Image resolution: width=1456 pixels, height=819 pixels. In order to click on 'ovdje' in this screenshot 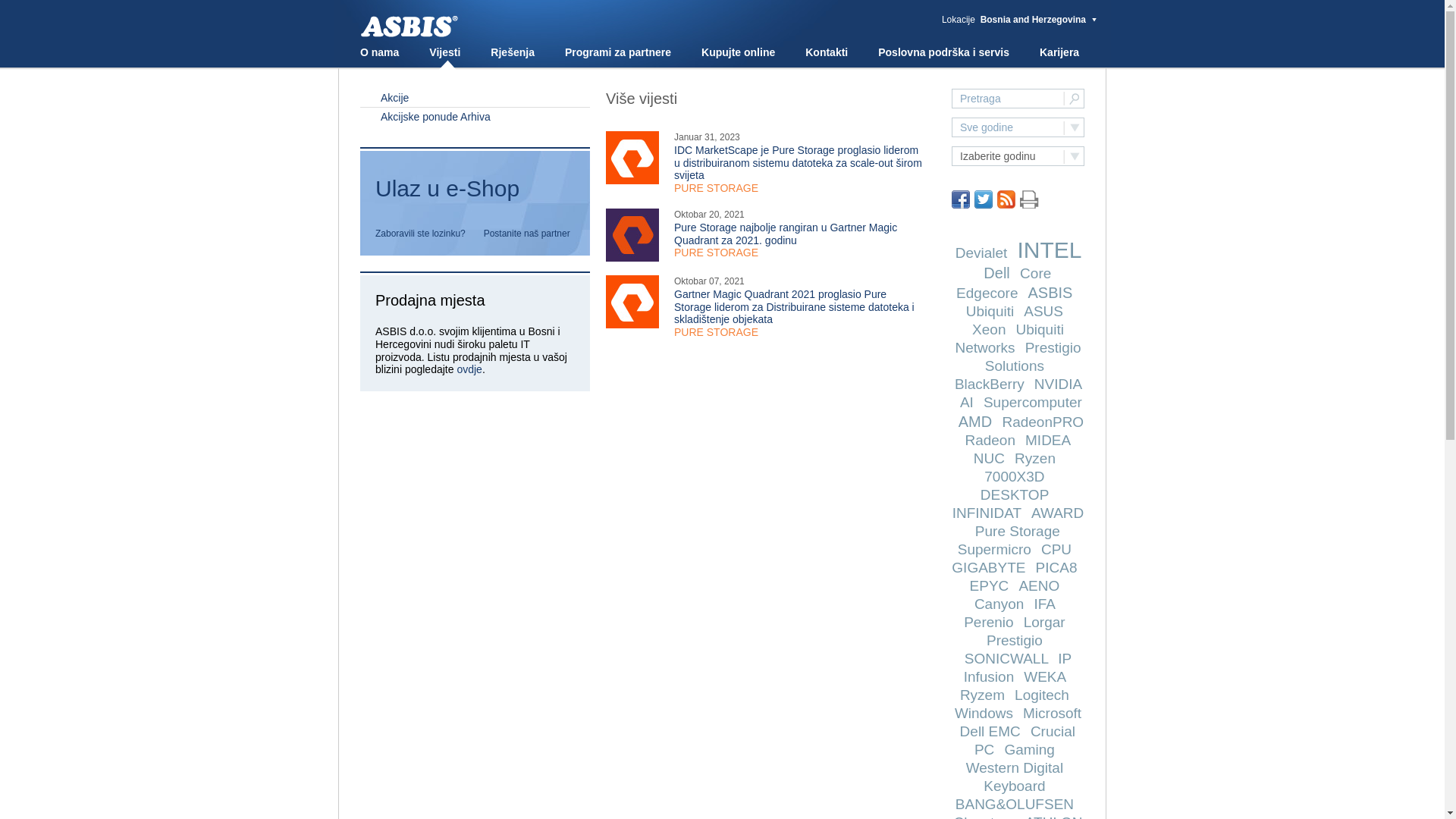, I will do `click(468, 369)`.